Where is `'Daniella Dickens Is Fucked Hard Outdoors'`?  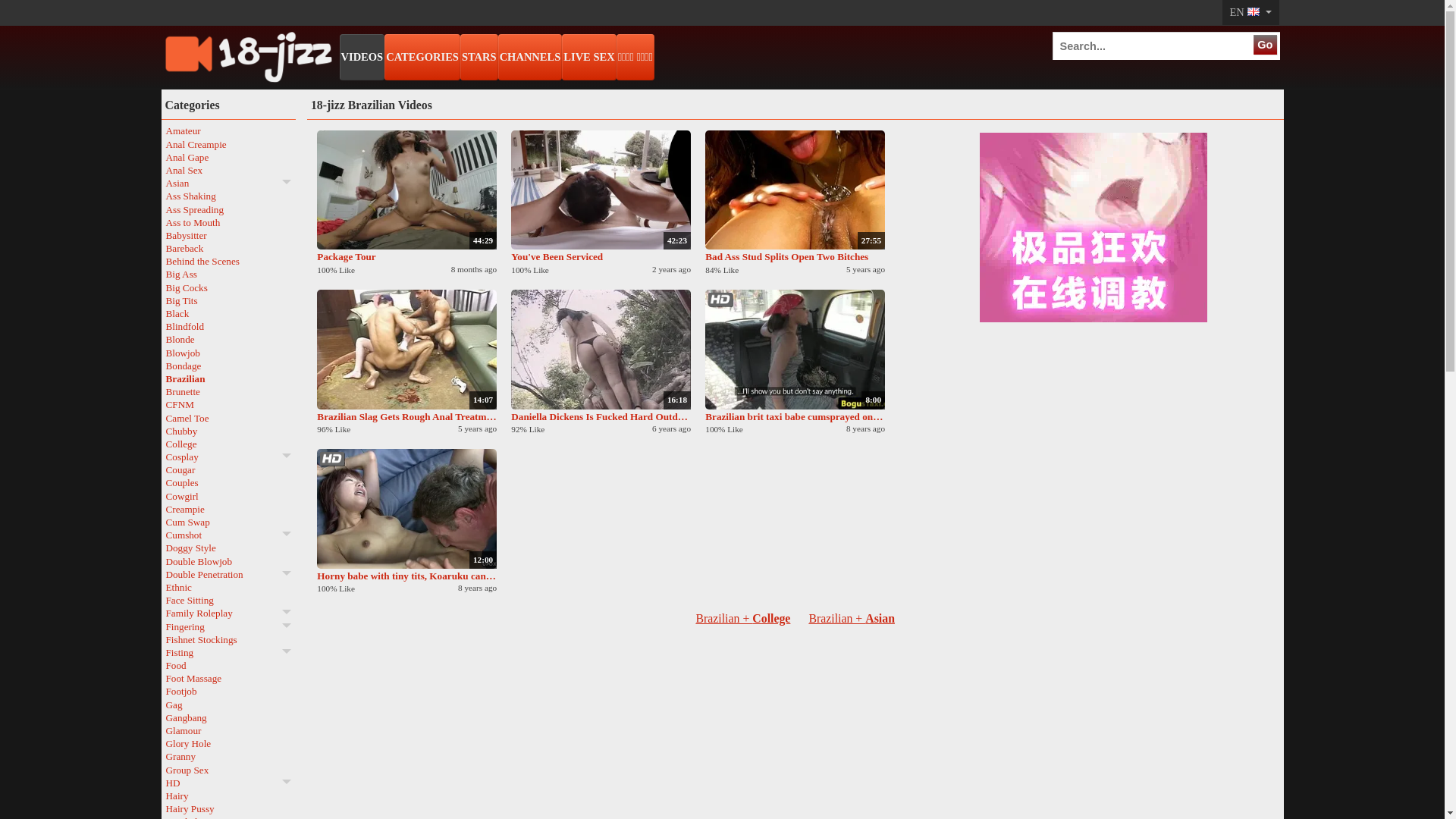 'Daniella Dickens Is Fucked Hard Outdoors' is located at coordinates (600, 416).